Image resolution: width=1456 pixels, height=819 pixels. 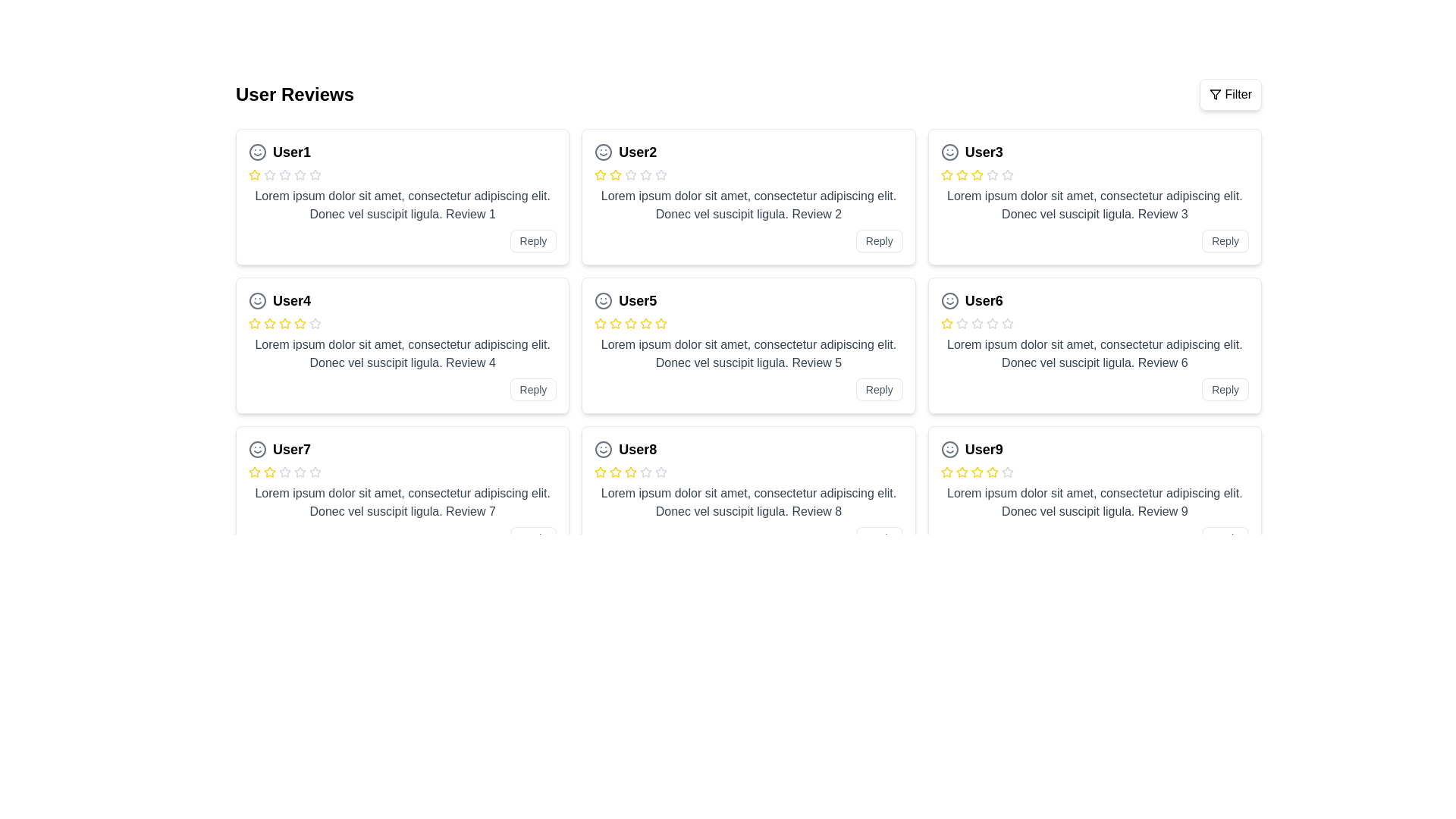 What do you see at coordinates (631, 472) in the screenshot?
I see `the fifth star in the rating system under the review titled 'User8' to rate` at bounding box center [631, 472].